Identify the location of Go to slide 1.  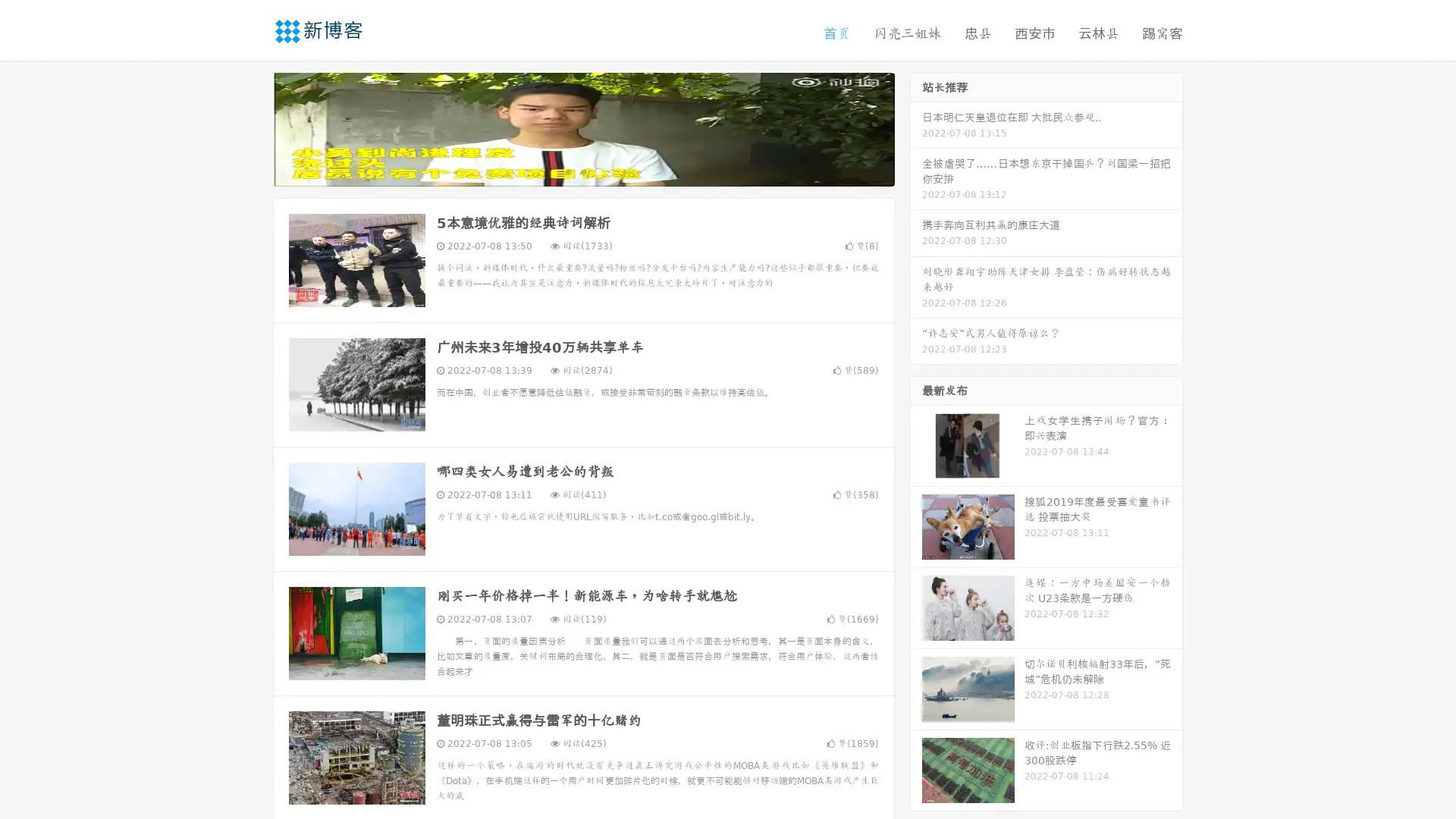
(567, 171).